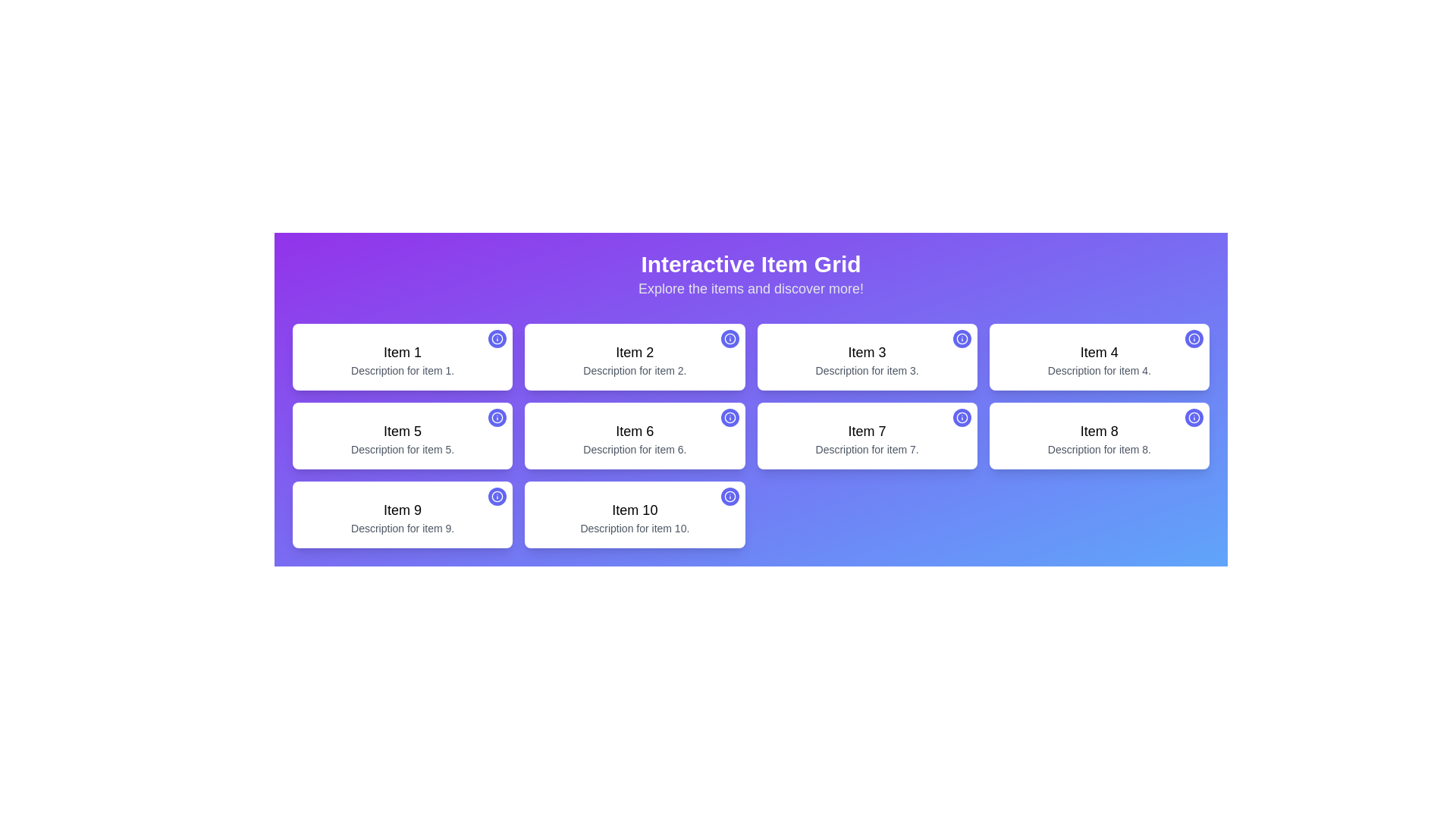 Image resolution: width=1456 pixels, height=819 pixels. I want to click on text label or heading located at the center of the top-left card of the grid, which serves as the title or identifier for the card's content, so click(403, 353).